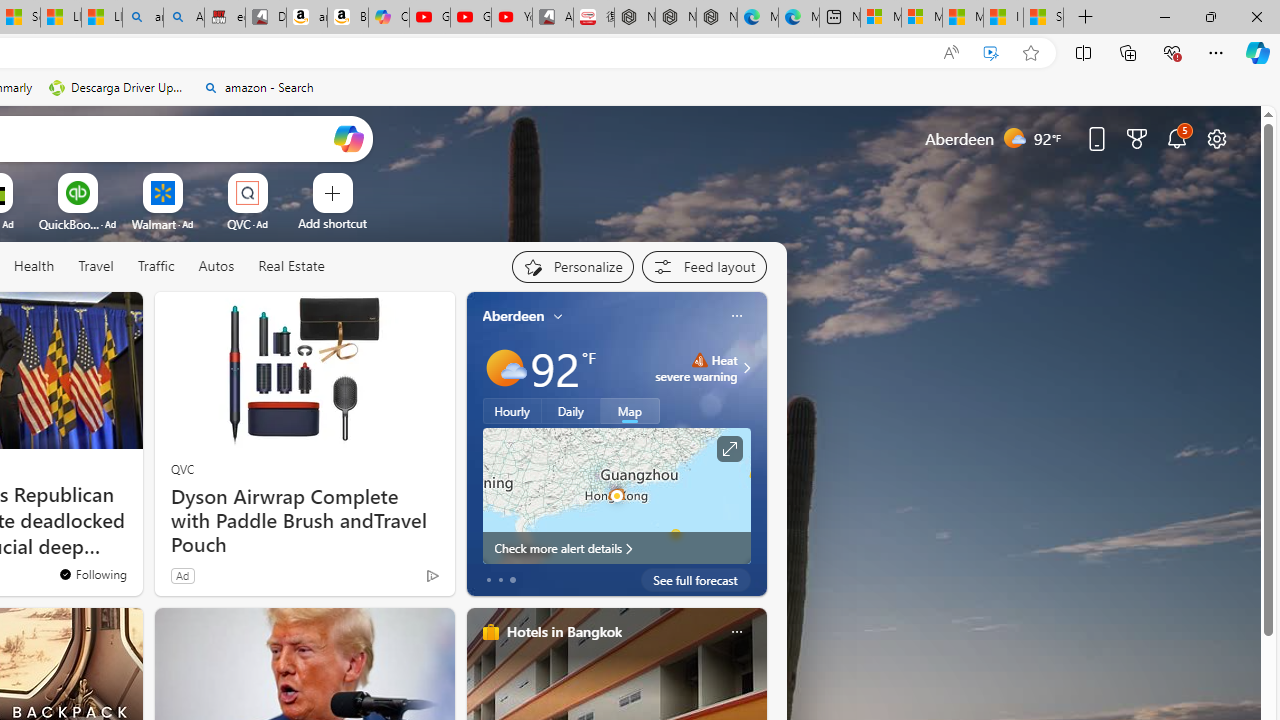 The image size is (1280, 720). Describe the element at coordinates (117, 87) in the screenshot. I see `'Descarga Driver Updater'` at that location.